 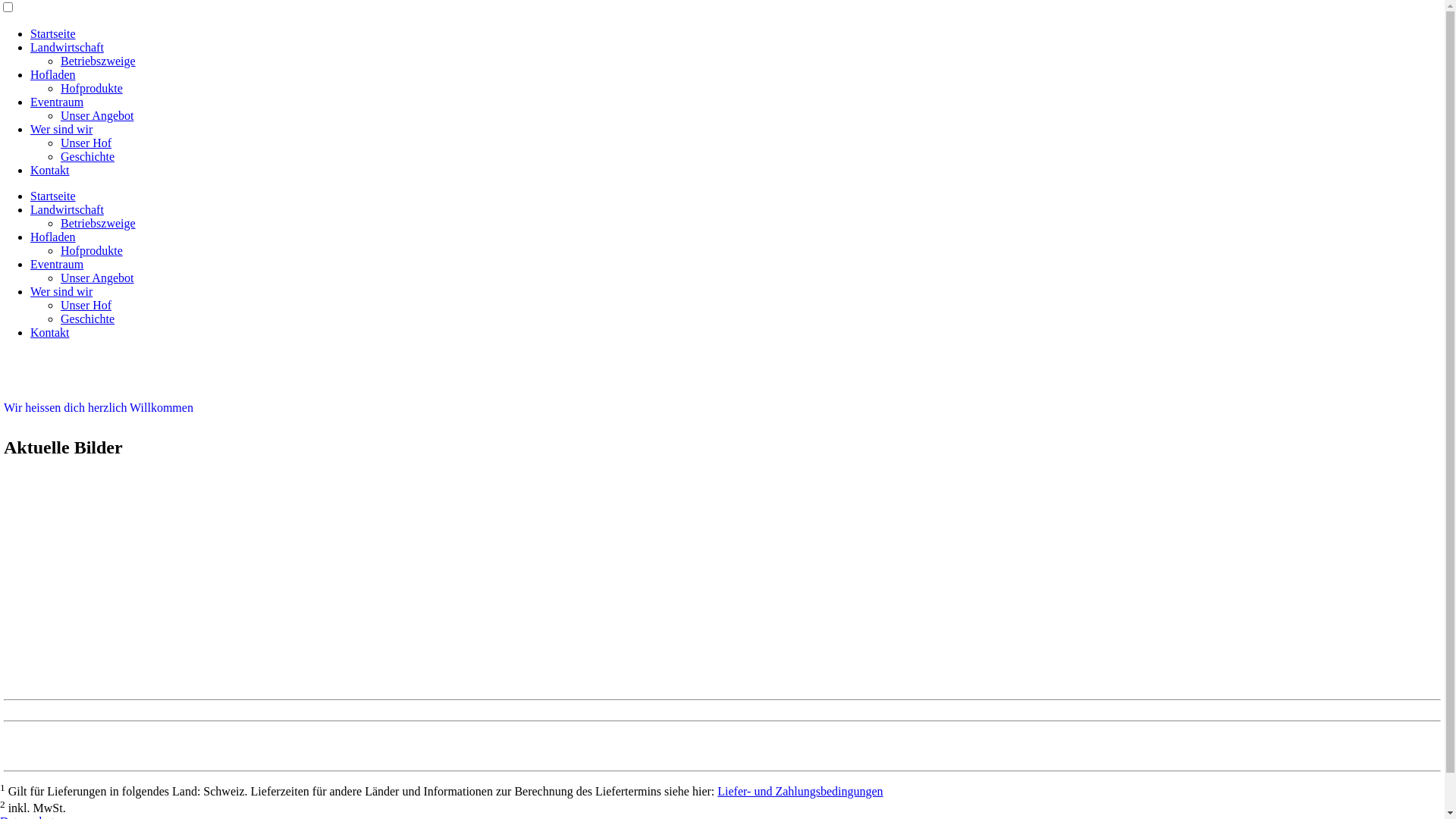 What do you see at coordinates (30, 74) in the screenshot?
I see `'Hofladen'` at bounding box center [30, 74].